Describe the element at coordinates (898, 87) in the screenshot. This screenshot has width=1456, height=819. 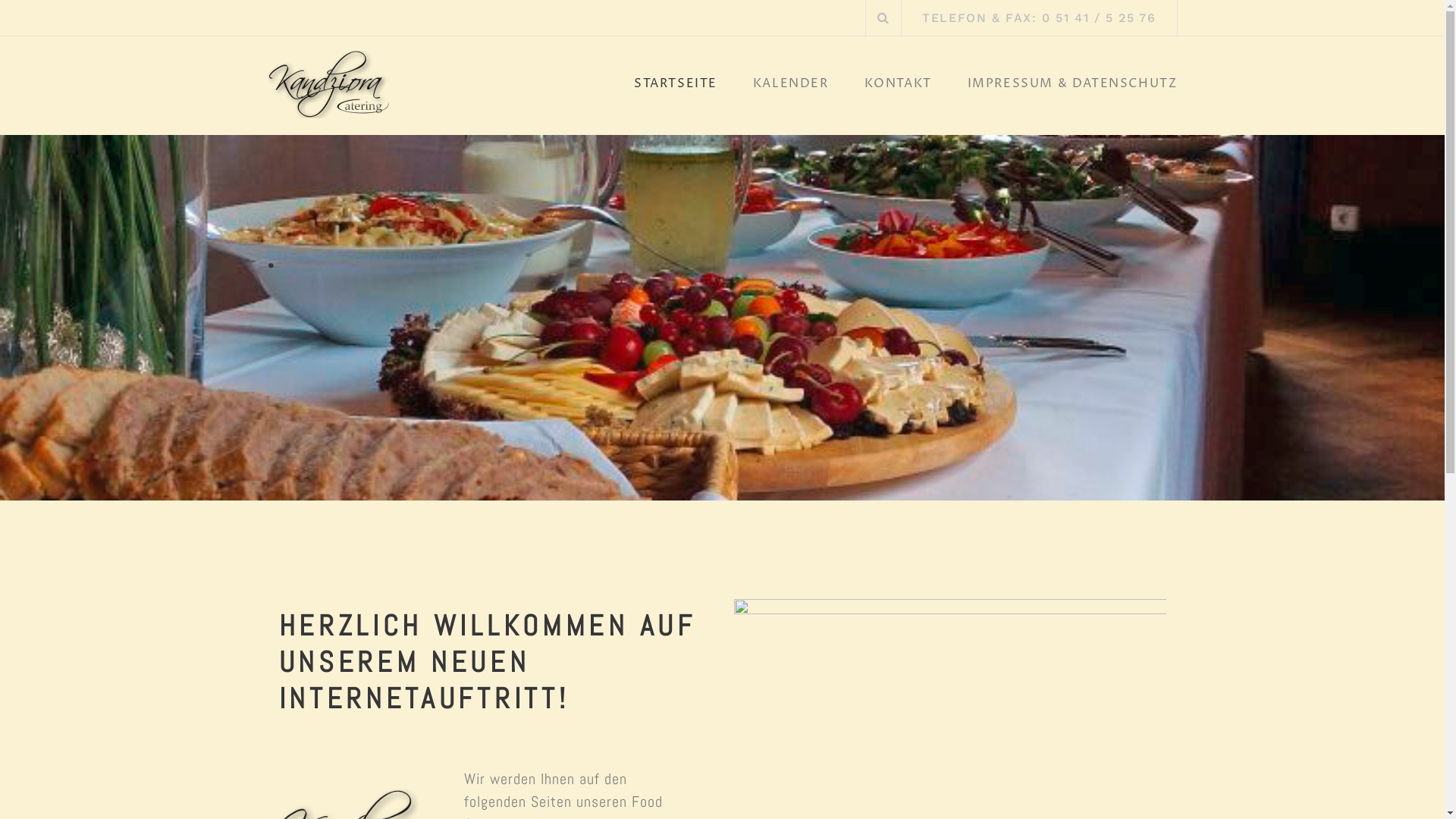
I see `'KONTAKT'` at that location.